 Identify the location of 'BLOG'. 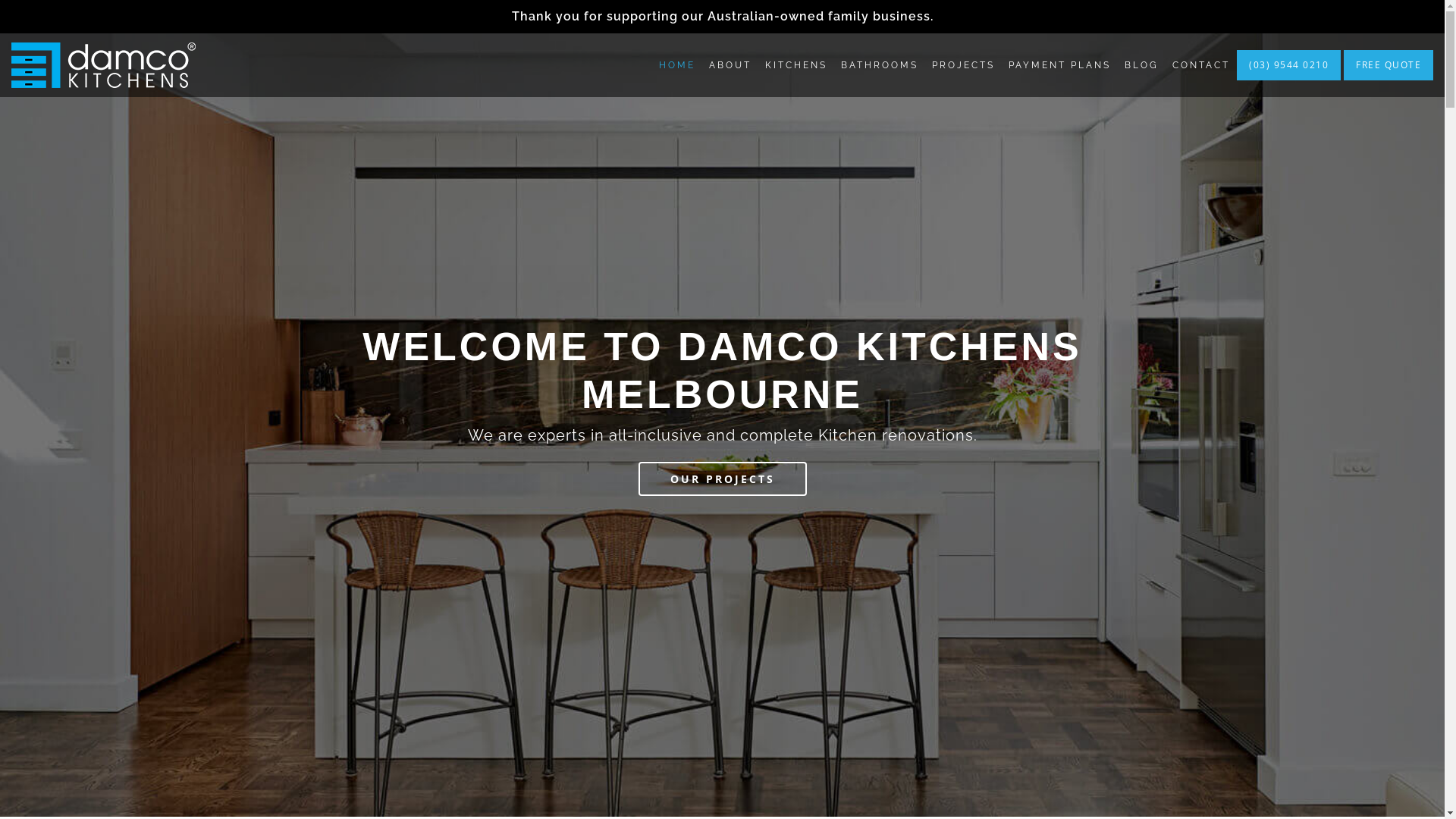
(1141, 64).